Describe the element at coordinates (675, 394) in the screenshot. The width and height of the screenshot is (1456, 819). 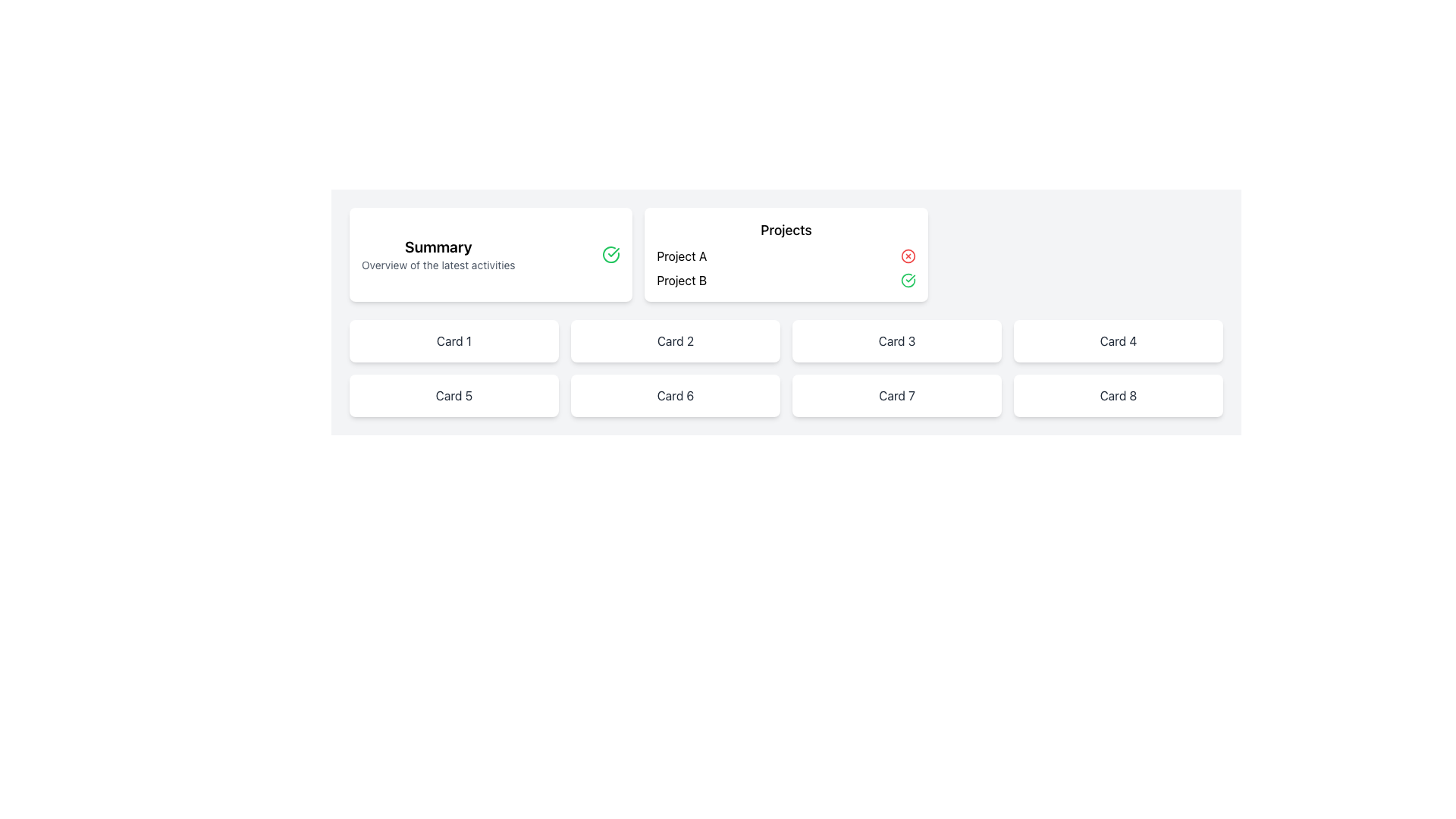
I see `the rectangular card with rounded corners that has a white background and the text label 'Card 6' centered in dark font, located in the second row and second column of the grid layout` at that location.